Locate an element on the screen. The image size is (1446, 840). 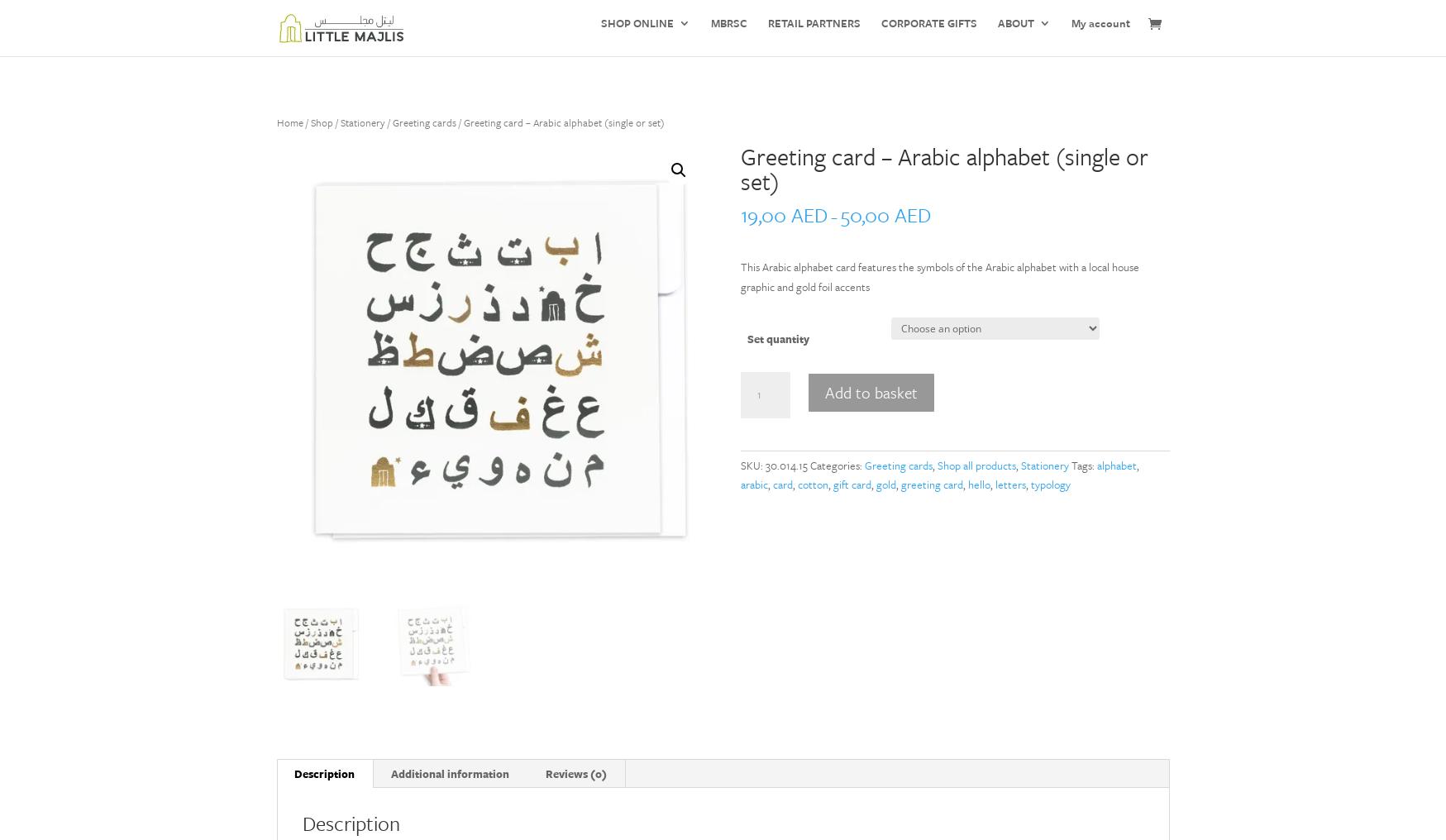
'Home' is located at coordinates (289, 122).